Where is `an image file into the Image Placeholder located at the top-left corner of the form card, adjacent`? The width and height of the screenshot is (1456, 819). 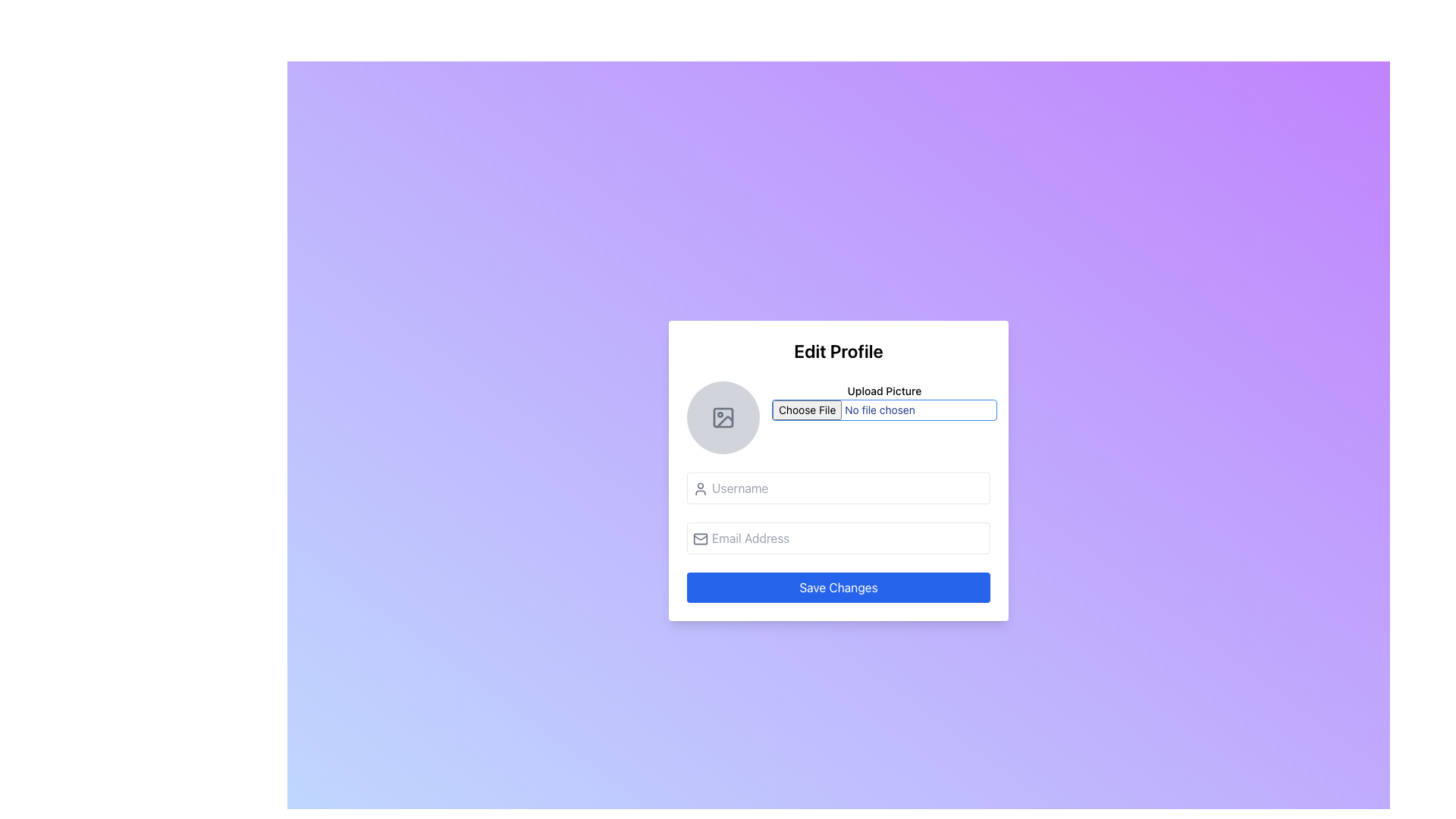
an image file into the Image Placeholder located at the top-left corner of the form card, adjacent is located at coordinates (723, 418).